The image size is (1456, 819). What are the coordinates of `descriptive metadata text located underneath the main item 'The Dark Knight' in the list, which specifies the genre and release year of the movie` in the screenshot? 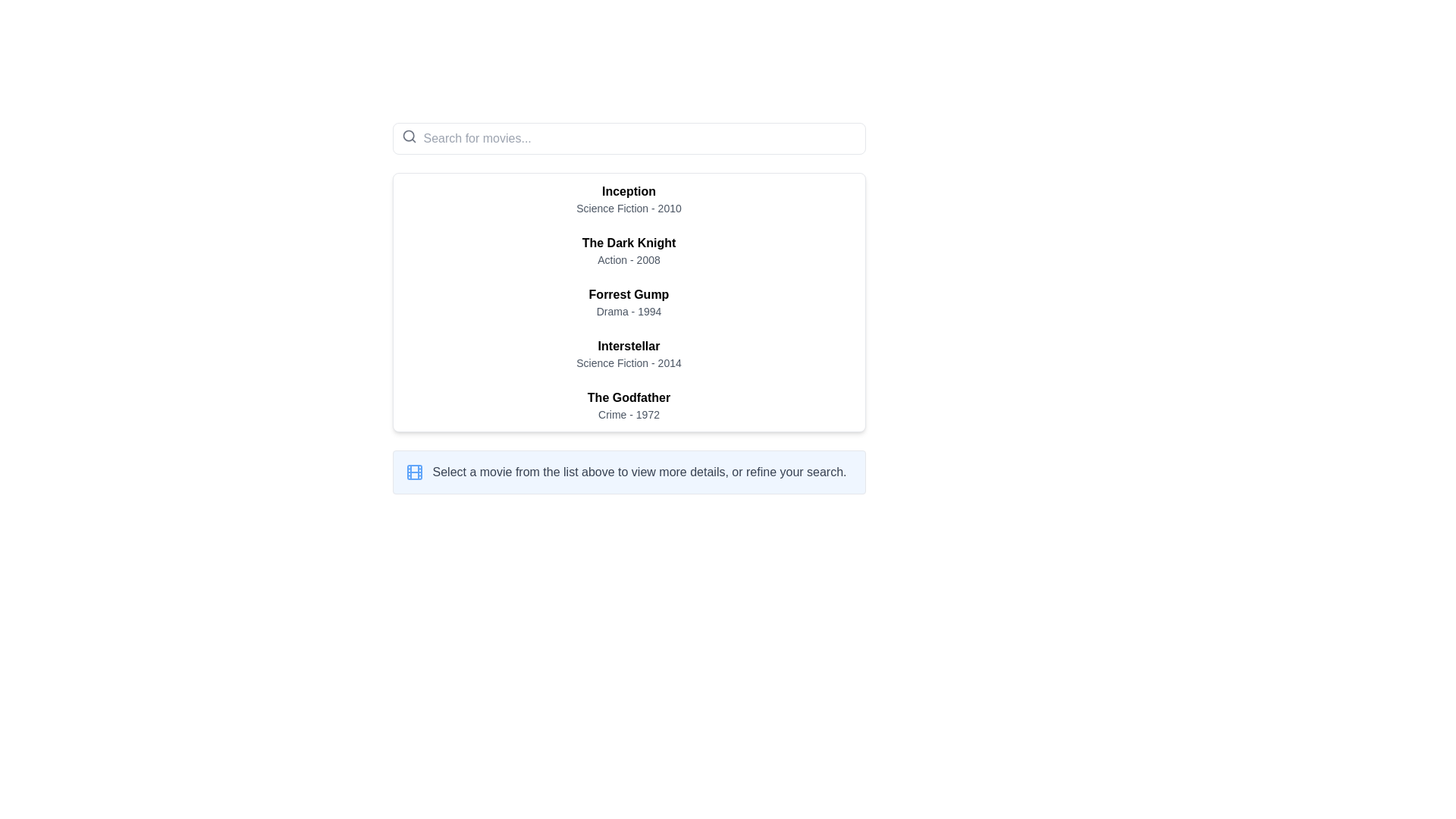 It's located at (629, 259).